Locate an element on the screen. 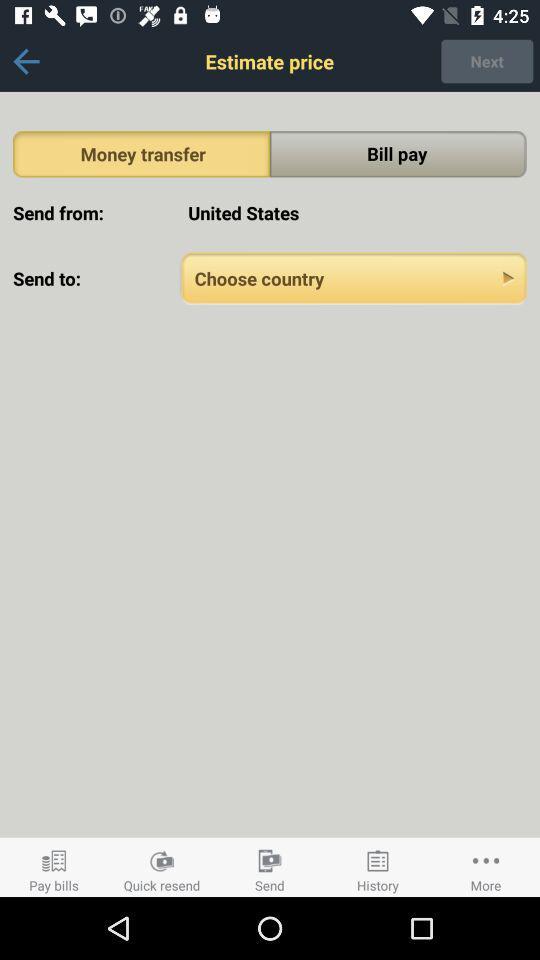 The image size is (540, 960). the item next to the estimate price item is located at coordinates (486, 61).